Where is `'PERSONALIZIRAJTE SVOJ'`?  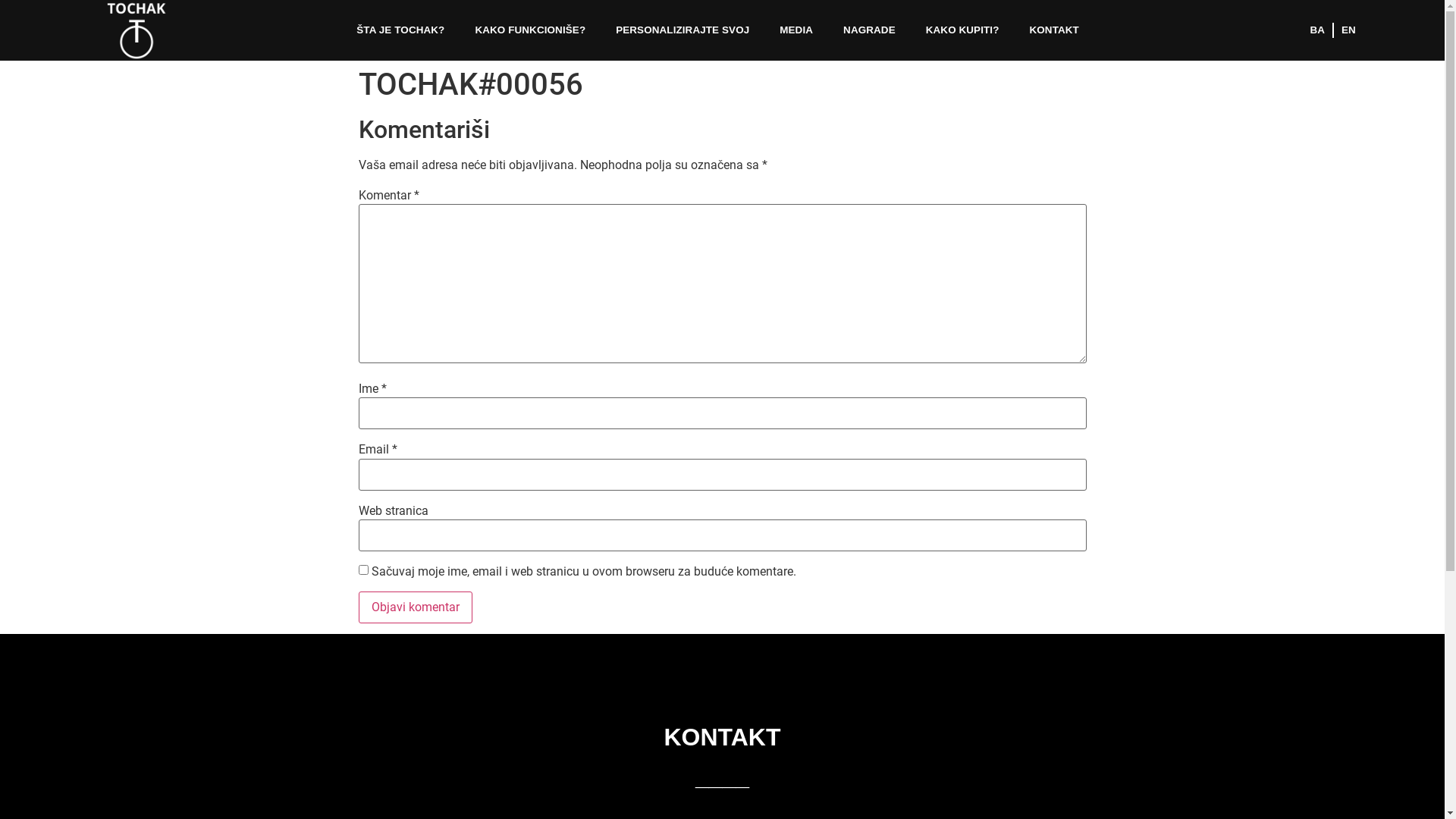 'PERSONALIZIRAJTE SVOJ' is located at coordinates (682, 30).